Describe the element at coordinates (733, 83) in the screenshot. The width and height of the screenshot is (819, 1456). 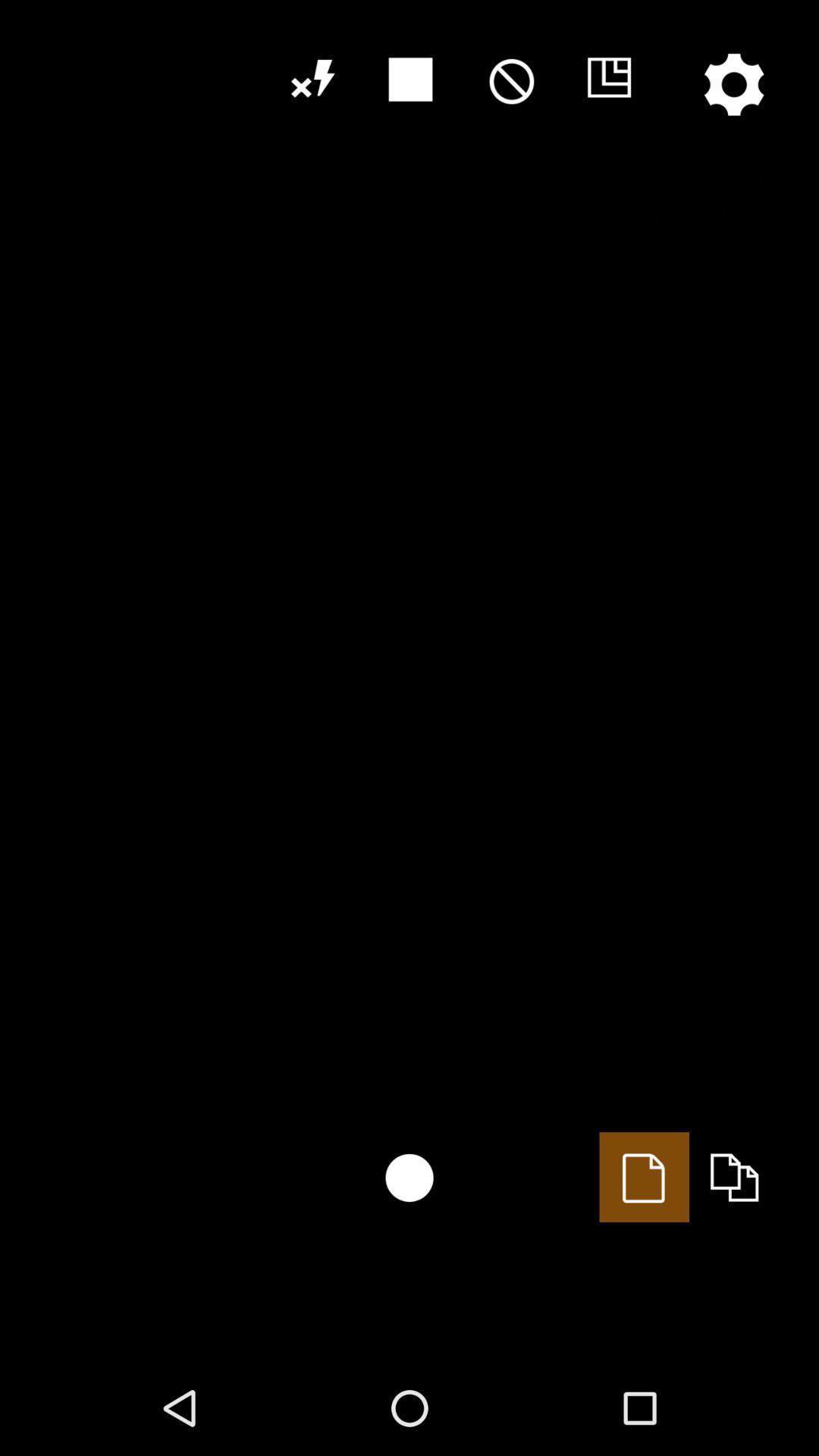
I see `the settings icon` at that location.